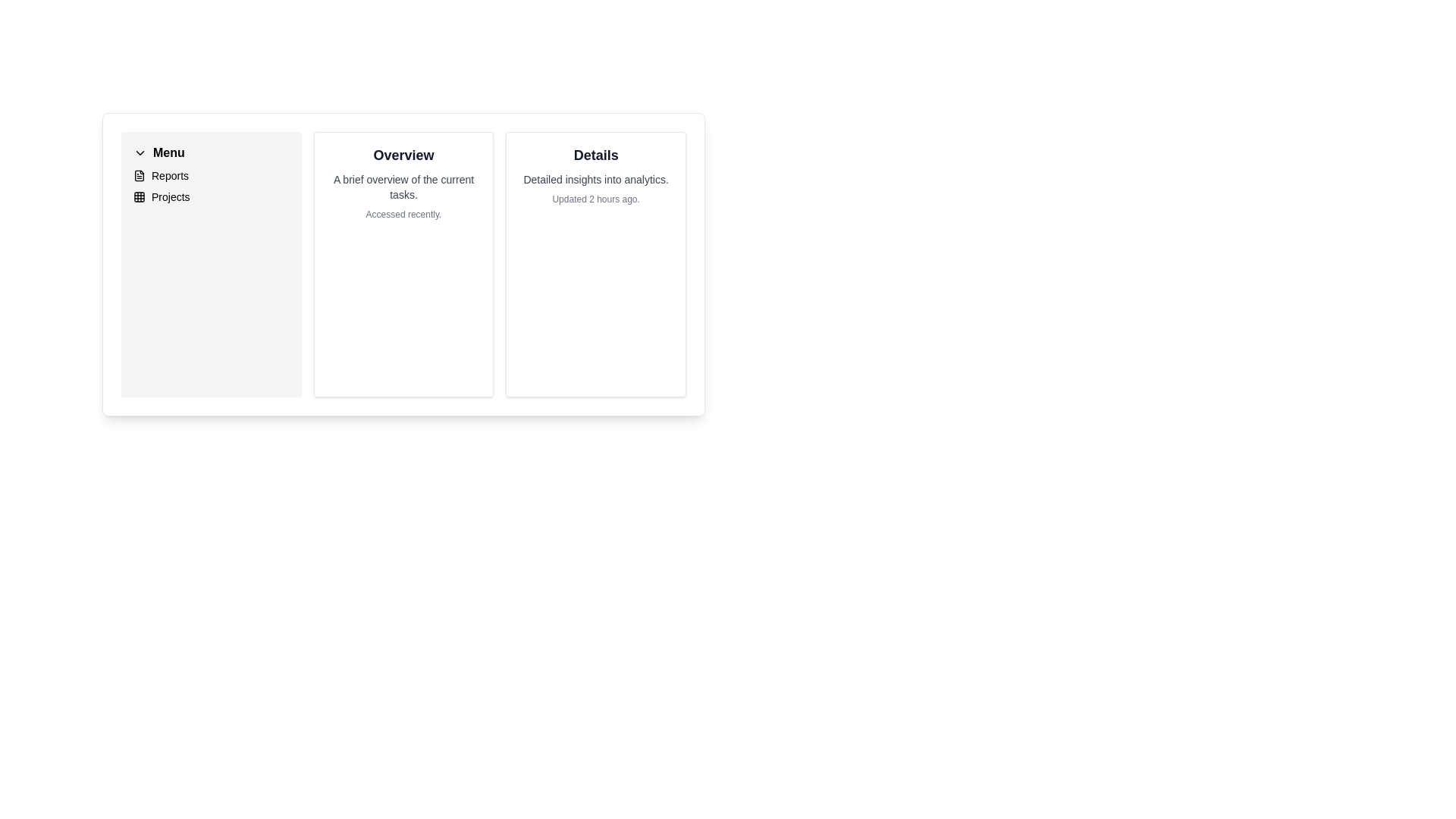 The height and width of the screenshot is (819, 1456). Describe the element at coordinates (139, 196) in the screenshot. I see `the Square sub-component of the SVG icon located in the top-left corner of the 3x3 grid layout adjacent to the 'Projects' text under the 'Menu' section` at that location.